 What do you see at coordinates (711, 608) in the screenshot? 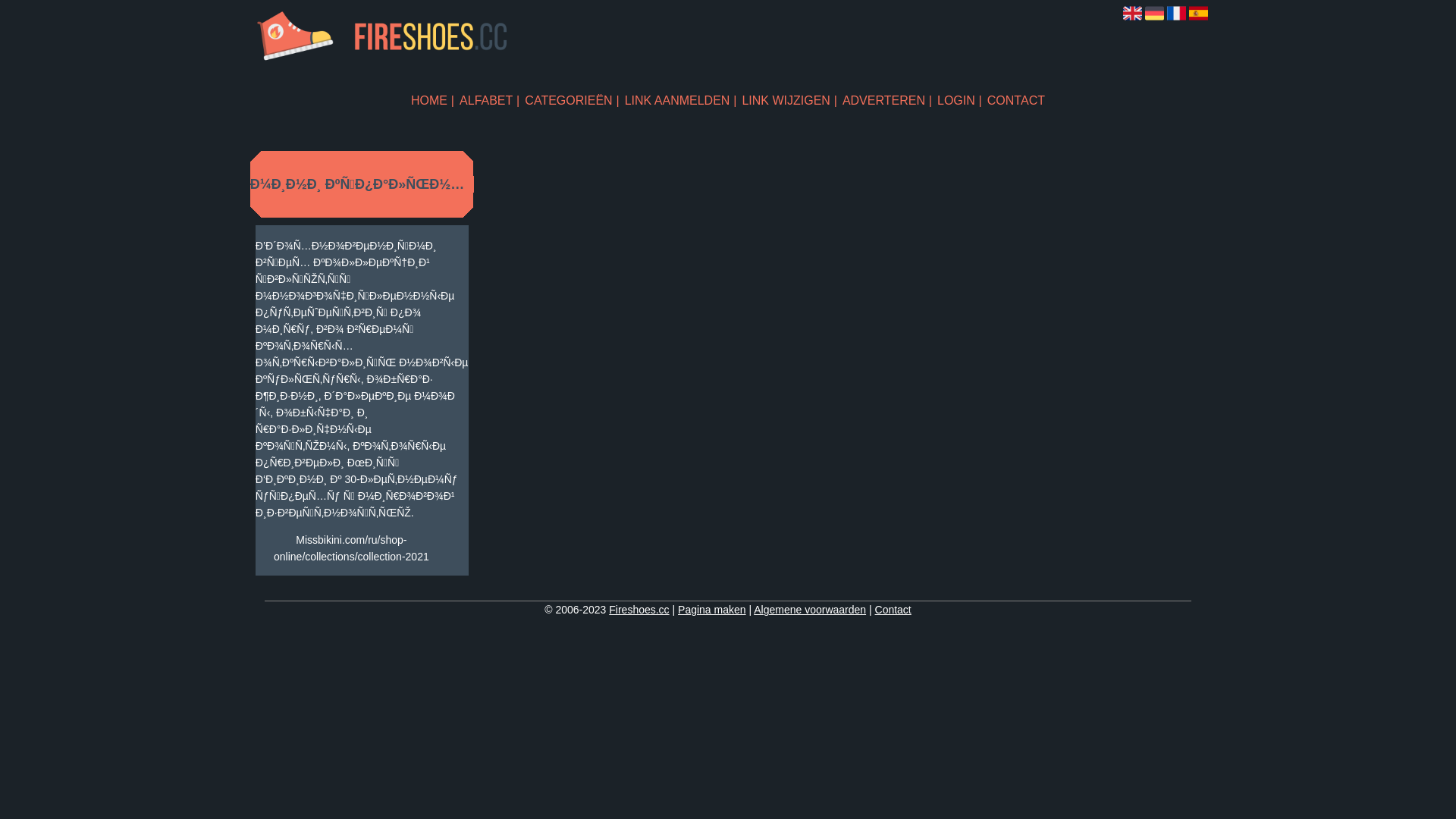
I see `'Pagina maken'` at bounding box center [711, 608].